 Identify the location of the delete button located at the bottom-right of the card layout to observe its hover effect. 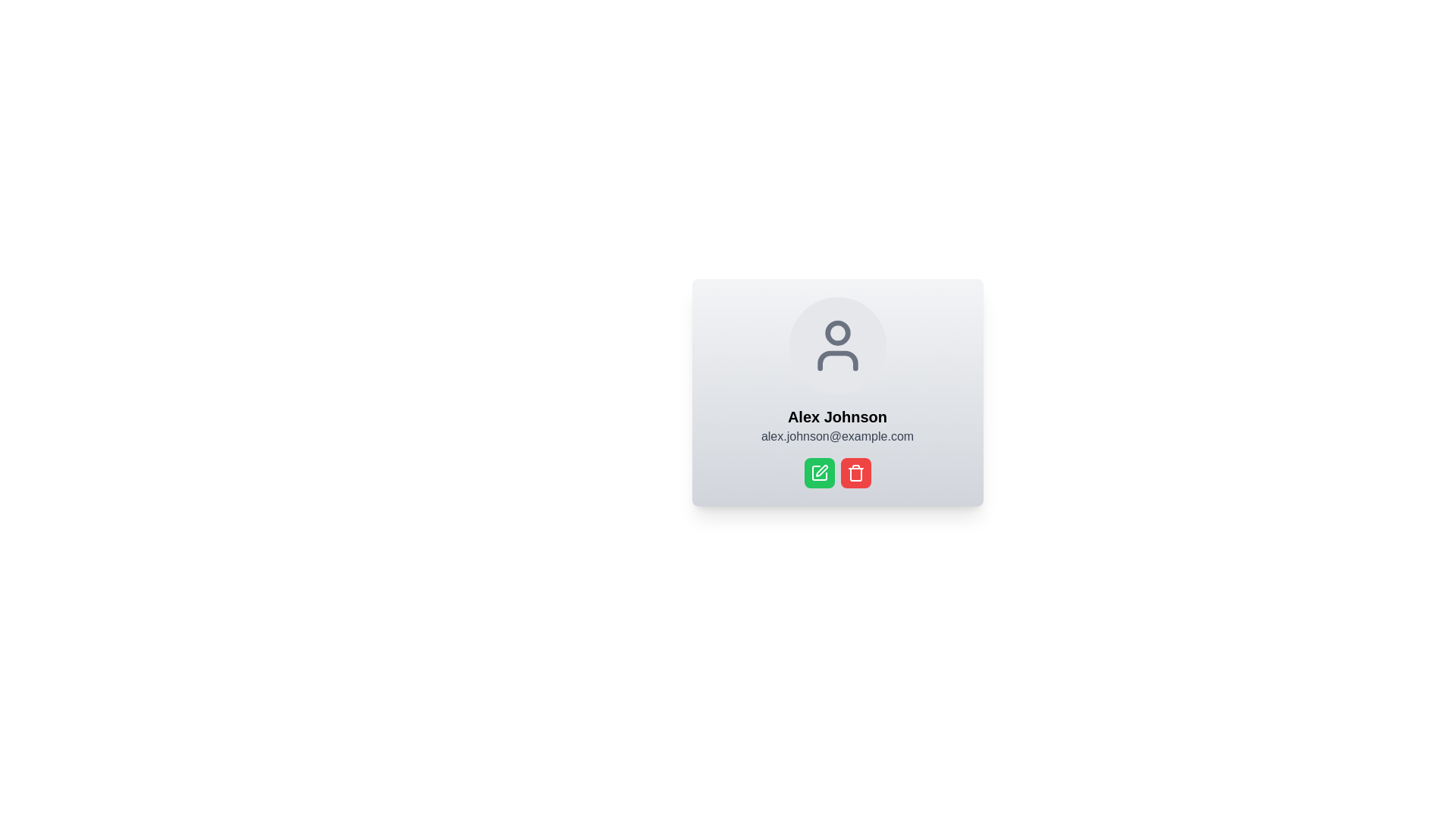
(855, 472).